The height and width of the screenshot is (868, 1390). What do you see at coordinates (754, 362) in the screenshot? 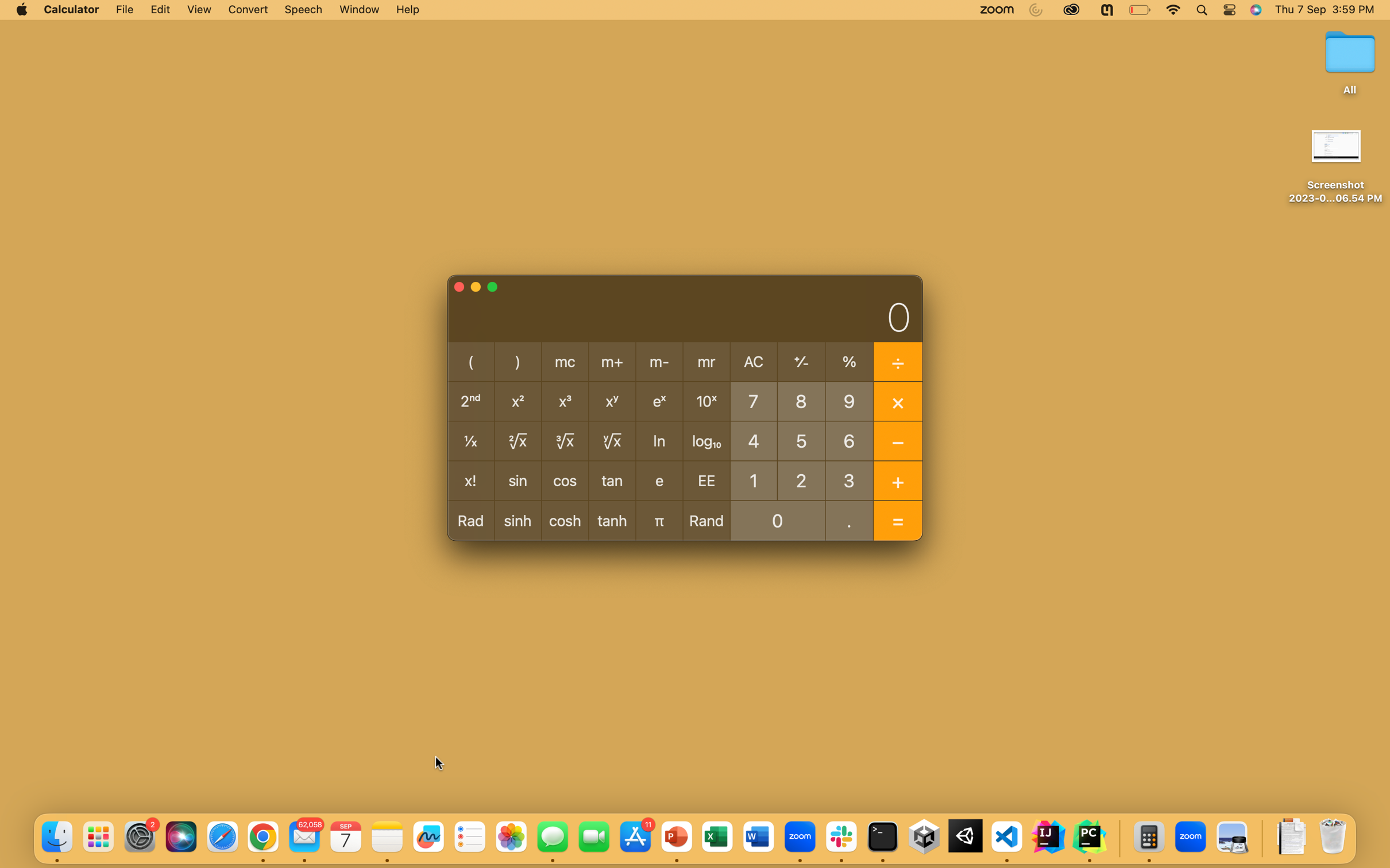
I see `"AC" to wipe off all inputs` at bounding box center [754, 362].